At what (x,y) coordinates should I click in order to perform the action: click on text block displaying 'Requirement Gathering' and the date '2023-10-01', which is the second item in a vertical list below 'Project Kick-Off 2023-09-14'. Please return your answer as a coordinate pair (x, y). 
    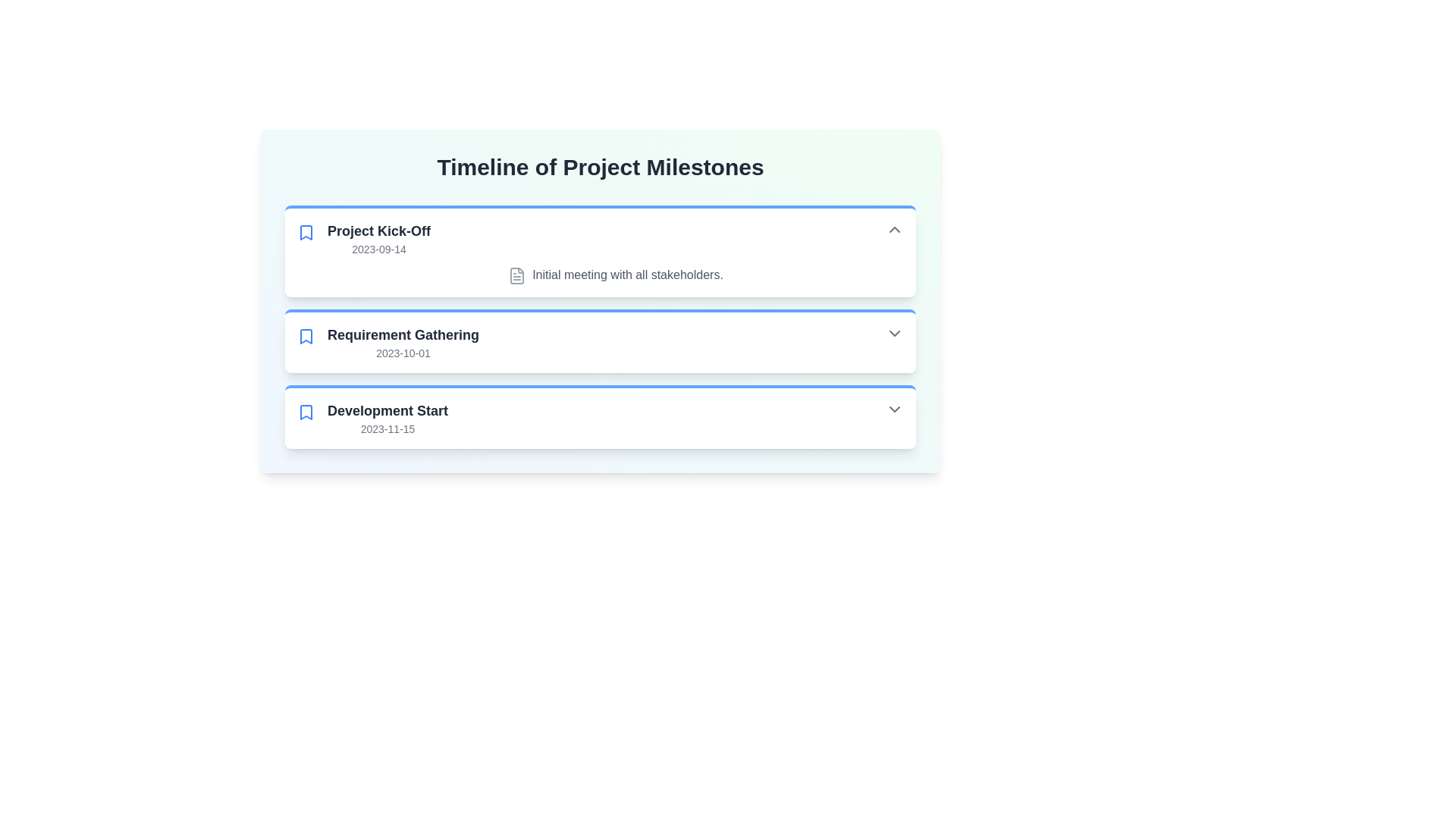
    Looking at the image, I should click on (403, 342).